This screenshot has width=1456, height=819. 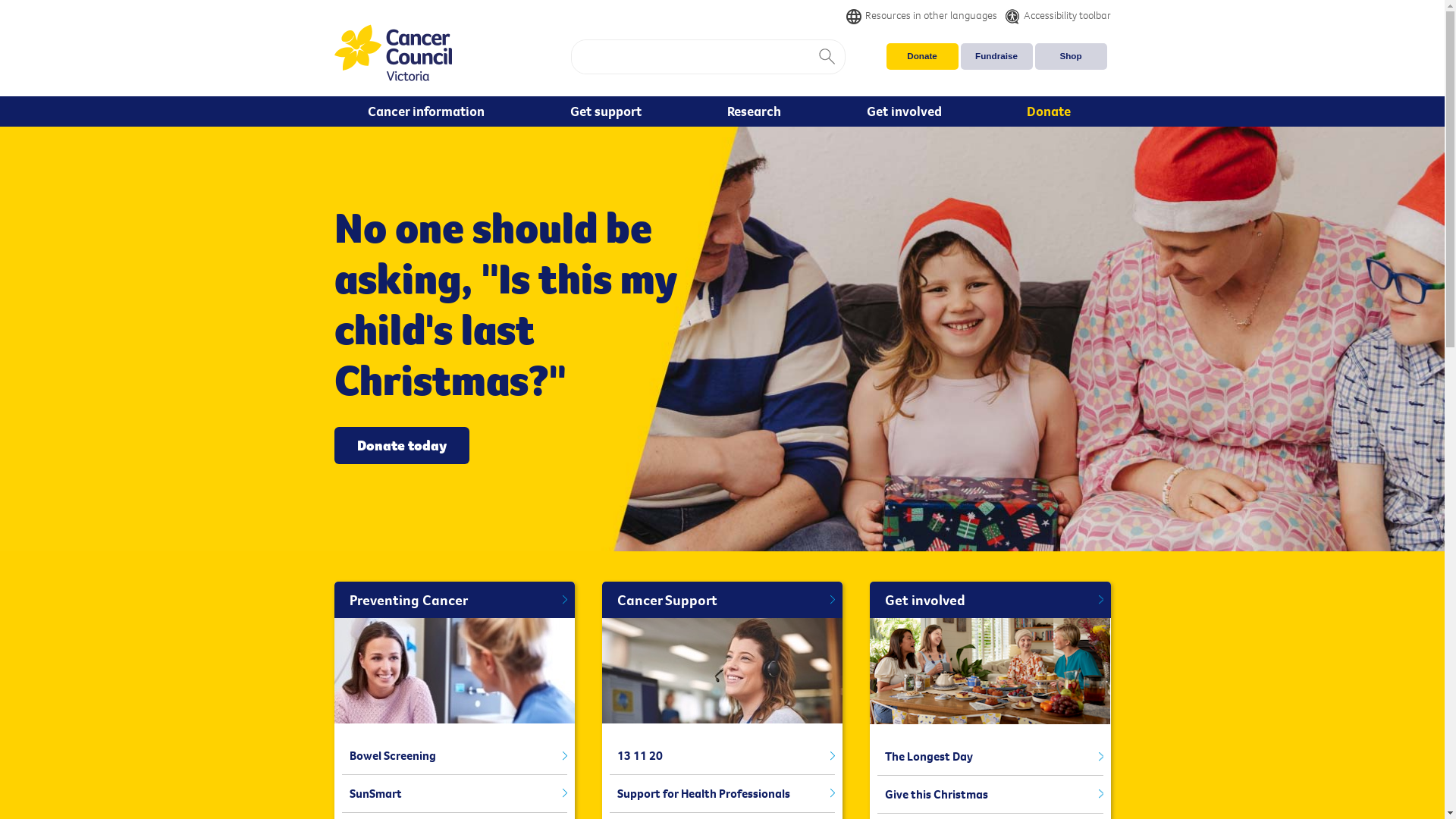 What do you see at coordinates (1069, 55) in the screenshot?
I see `'Shop'` at bounding box center [1069, 55].